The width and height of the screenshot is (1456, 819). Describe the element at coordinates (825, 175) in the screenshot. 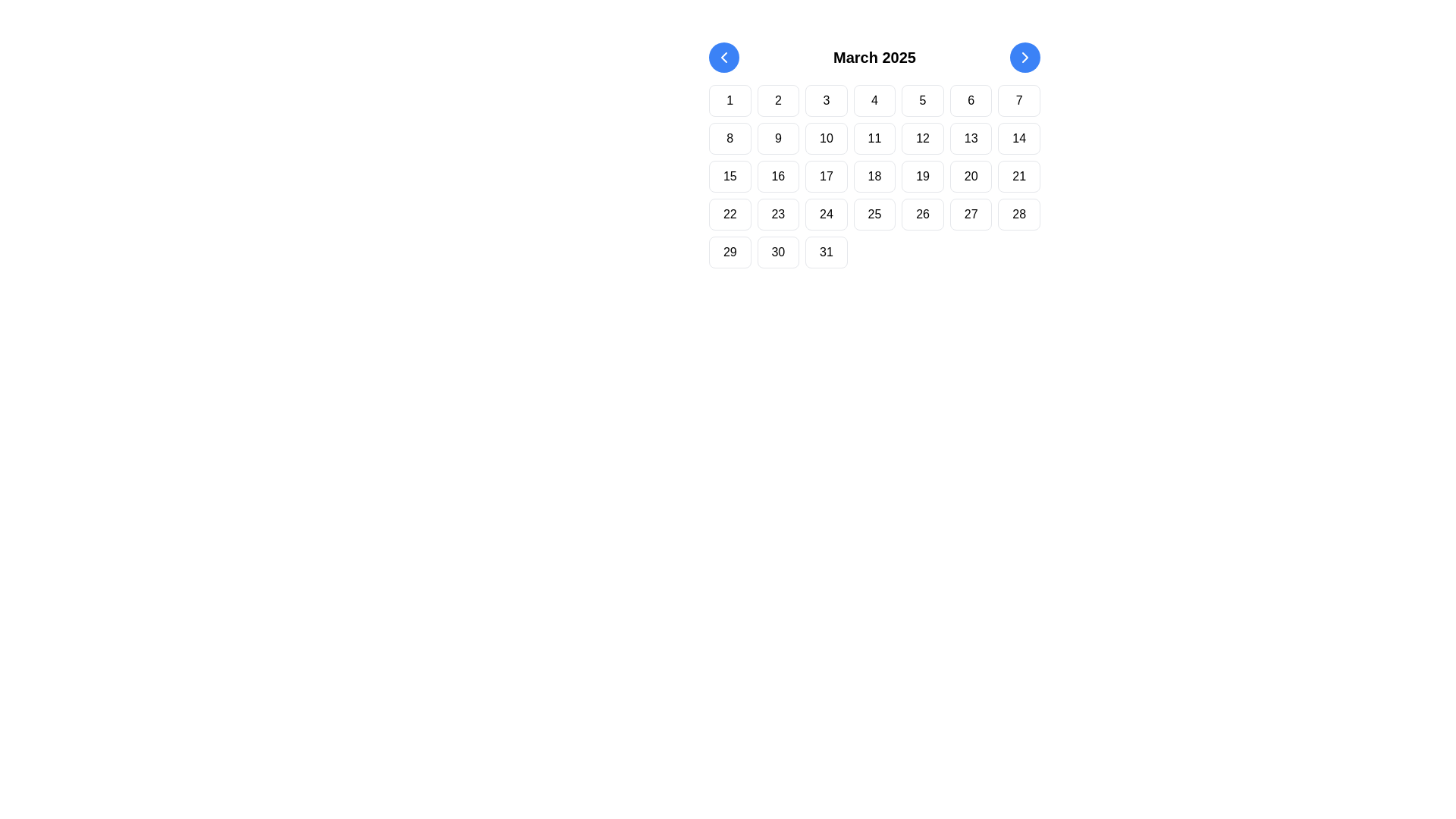

I see `the calendar button representing the 17th day of the month, located in the third row and third column of the calendar grid` at that location.